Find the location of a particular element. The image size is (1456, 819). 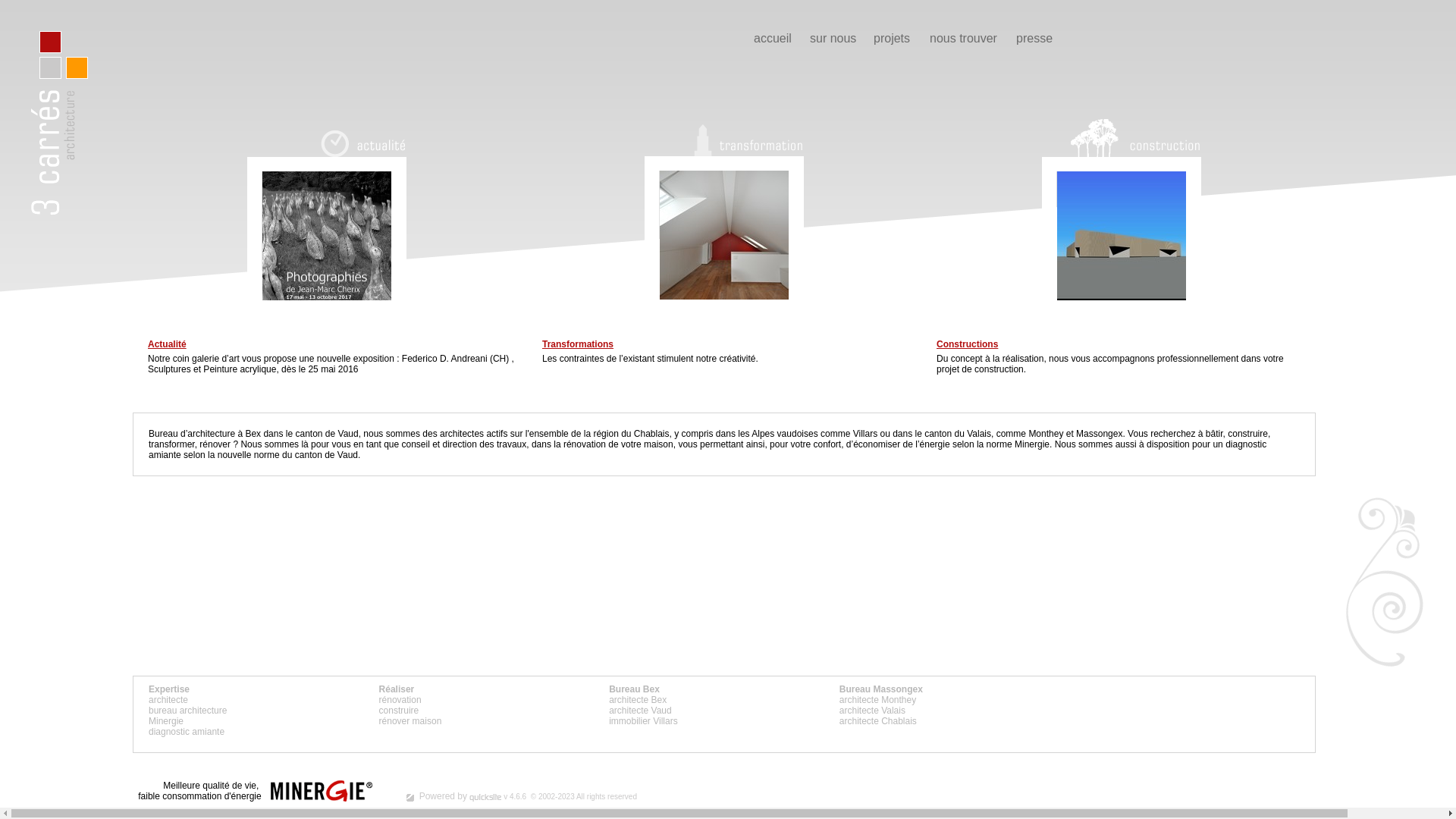

'architecte Vaud' is located at coordinates (640, 711).